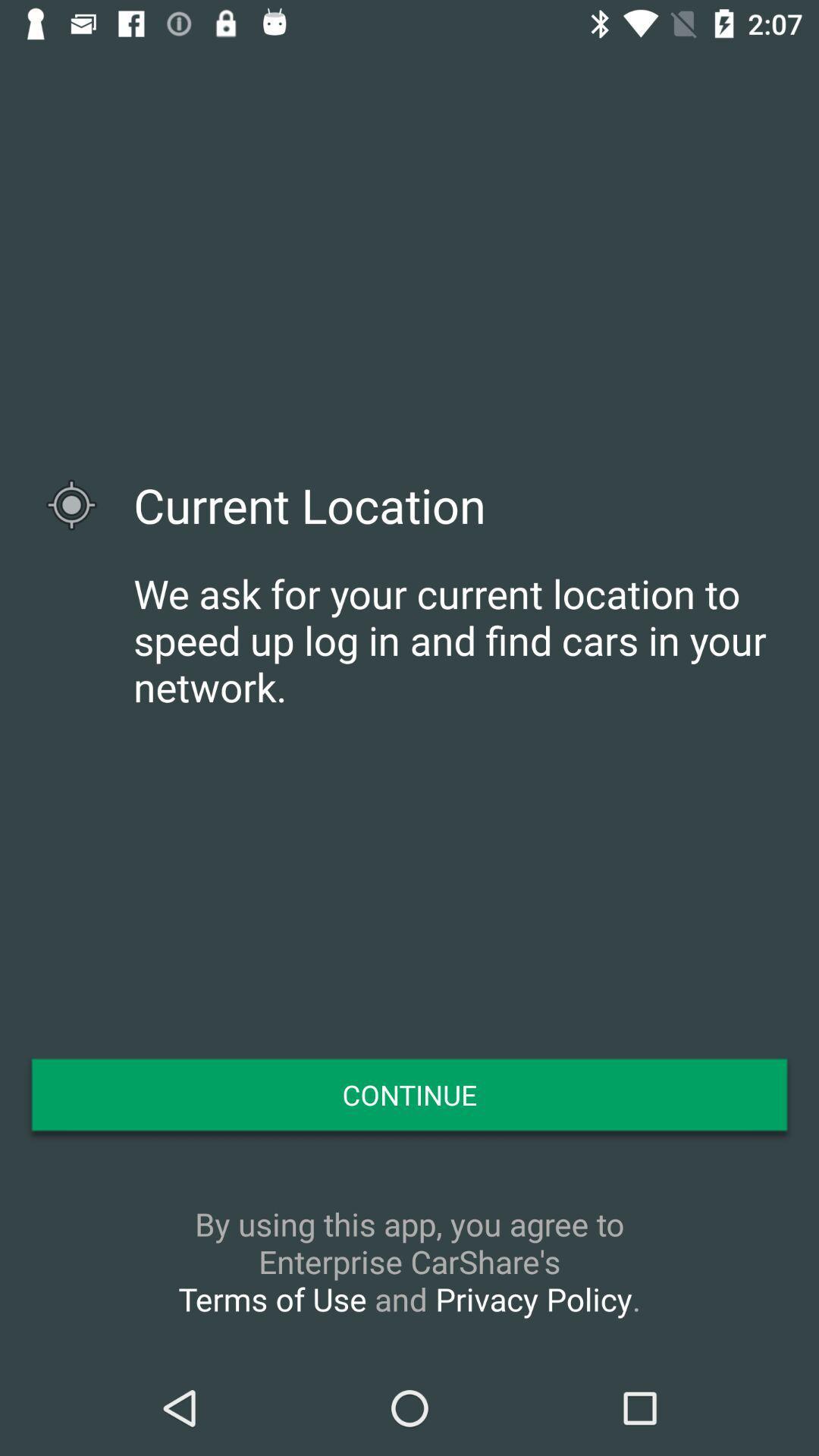  I want to click on icon below continue item, so click(409, 1261).